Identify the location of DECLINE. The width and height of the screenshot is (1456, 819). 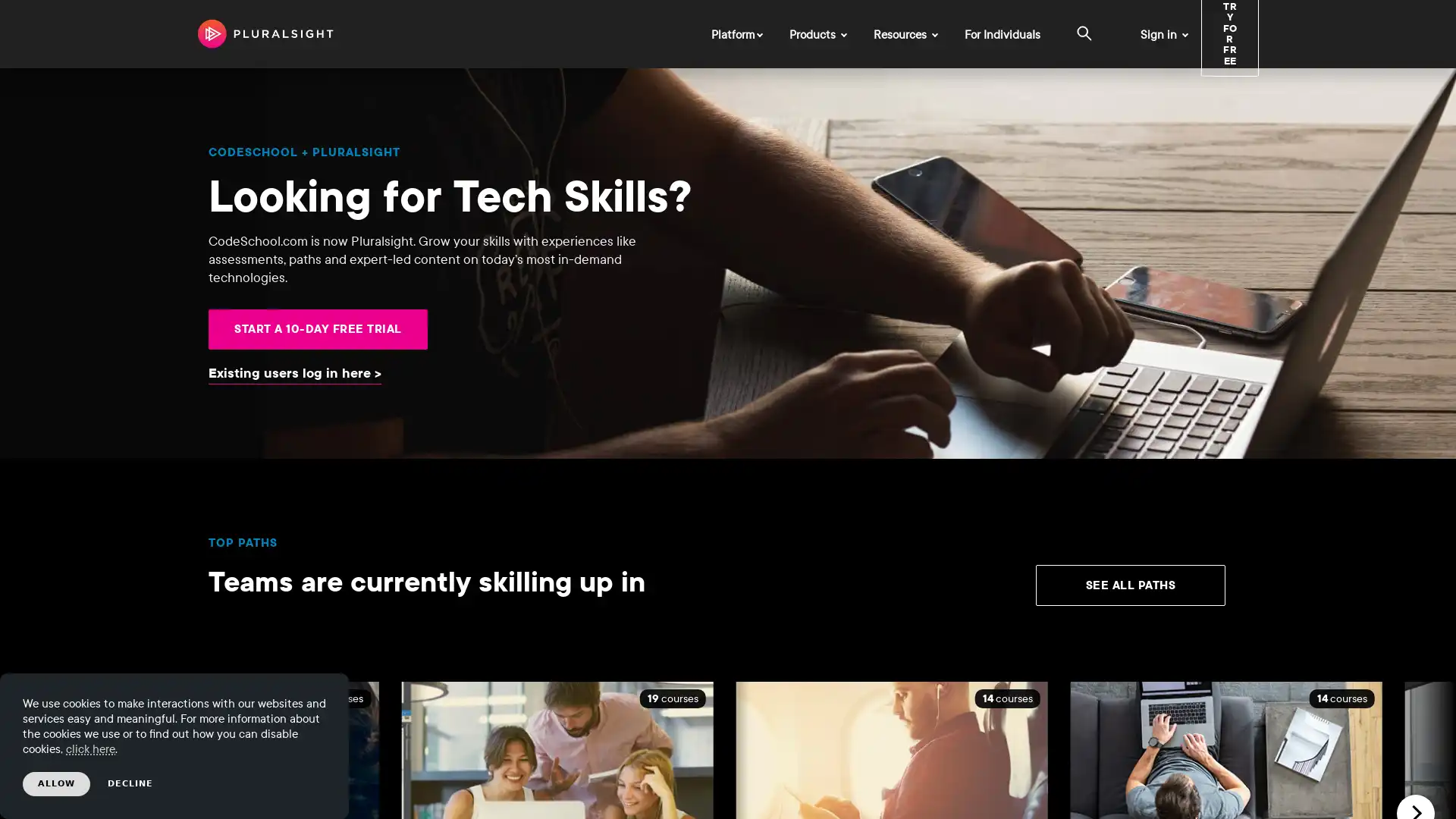
(130, 783).